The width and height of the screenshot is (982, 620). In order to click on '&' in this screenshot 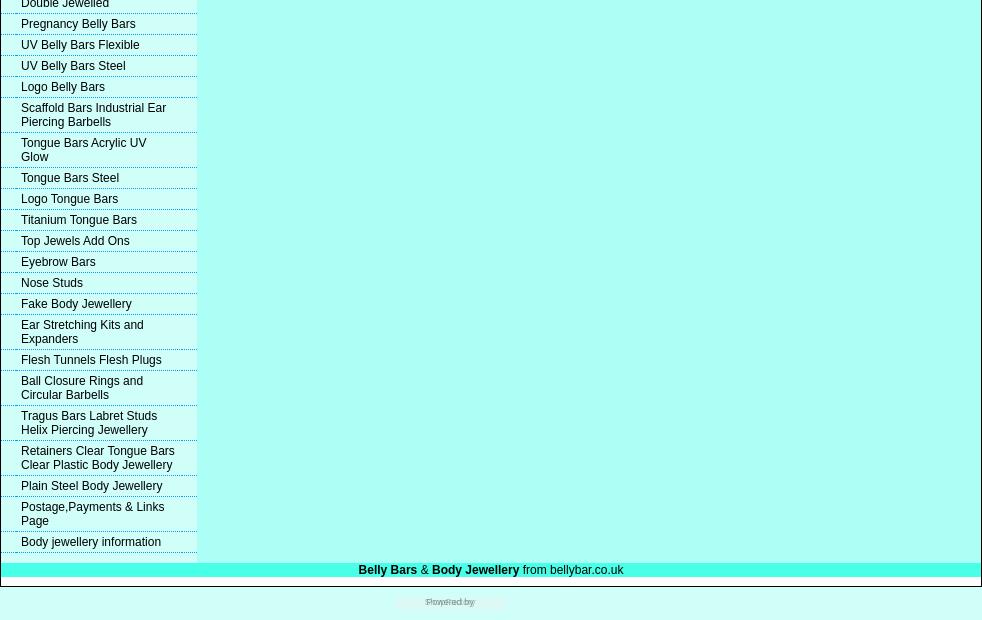, I will do `click(425, 570)`.